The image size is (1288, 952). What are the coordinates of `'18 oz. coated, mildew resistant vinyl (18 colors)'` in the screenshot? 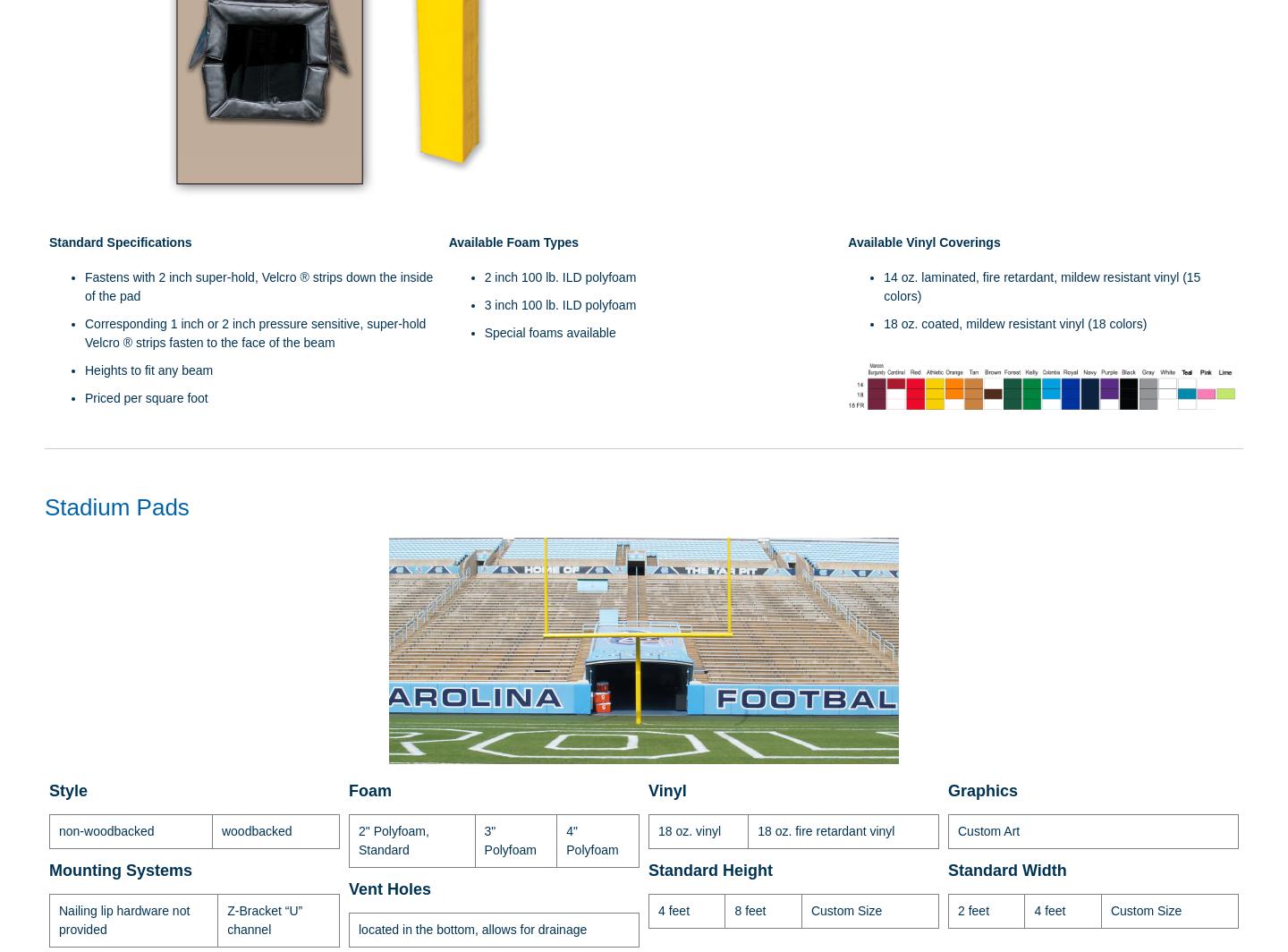 It's located at (1014, 323).